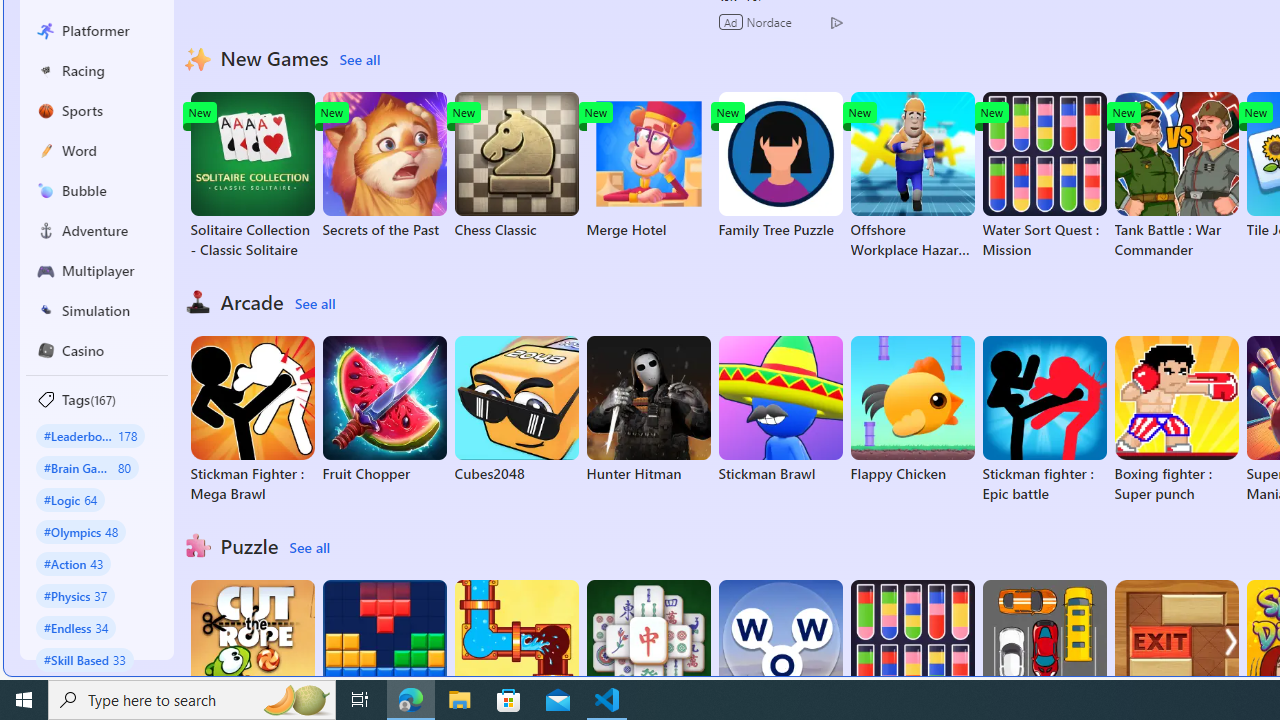 This screenshot has width=1280, height=720. Describe the element at coordinates (76, 626) in the screenshot. I see `'#Endless 34'` at that location.